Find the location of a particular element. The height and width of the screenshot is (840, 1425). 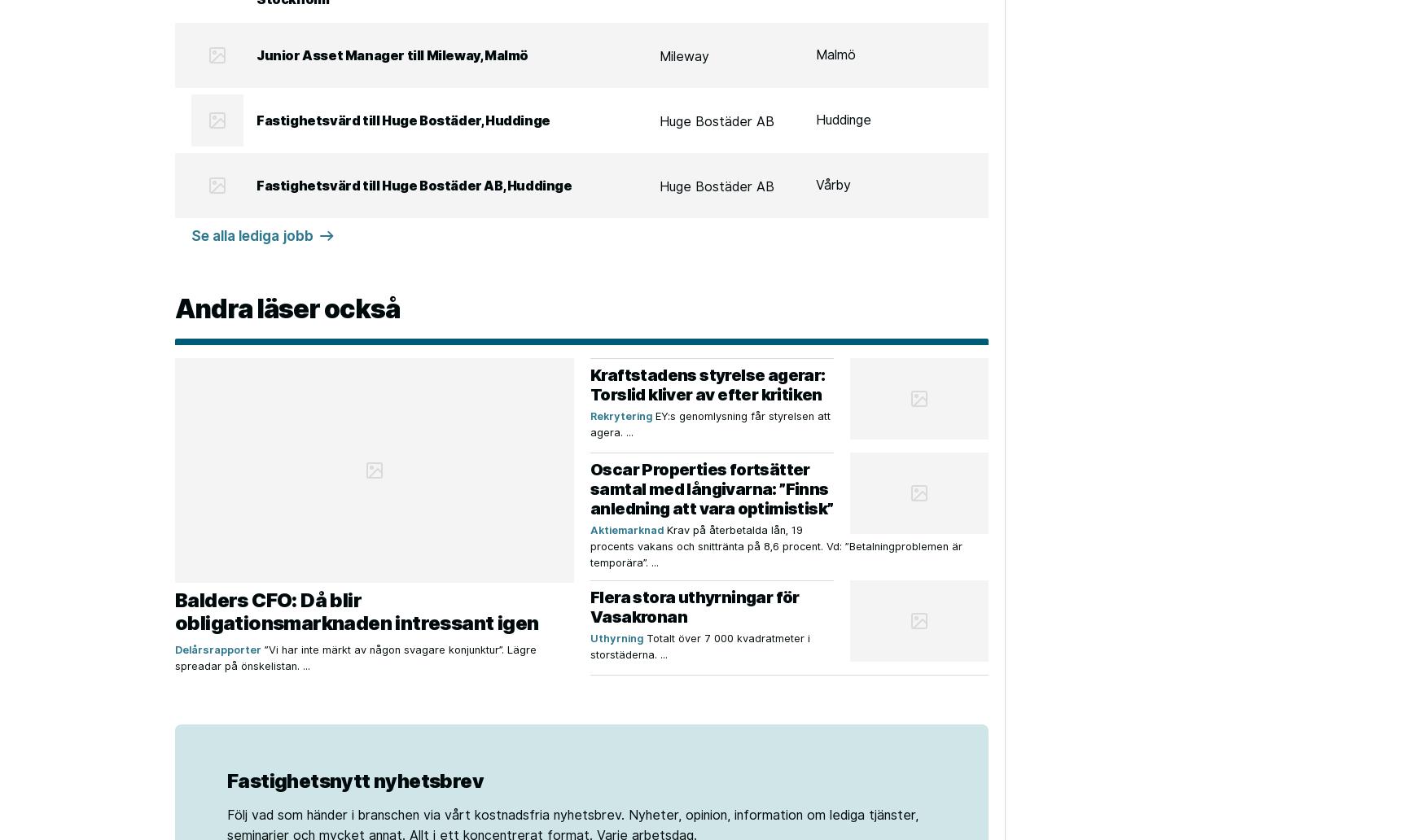

'Balders CFO: Då blir obligationsmarknaden intressant igen' is located at coordinates (357, 610).